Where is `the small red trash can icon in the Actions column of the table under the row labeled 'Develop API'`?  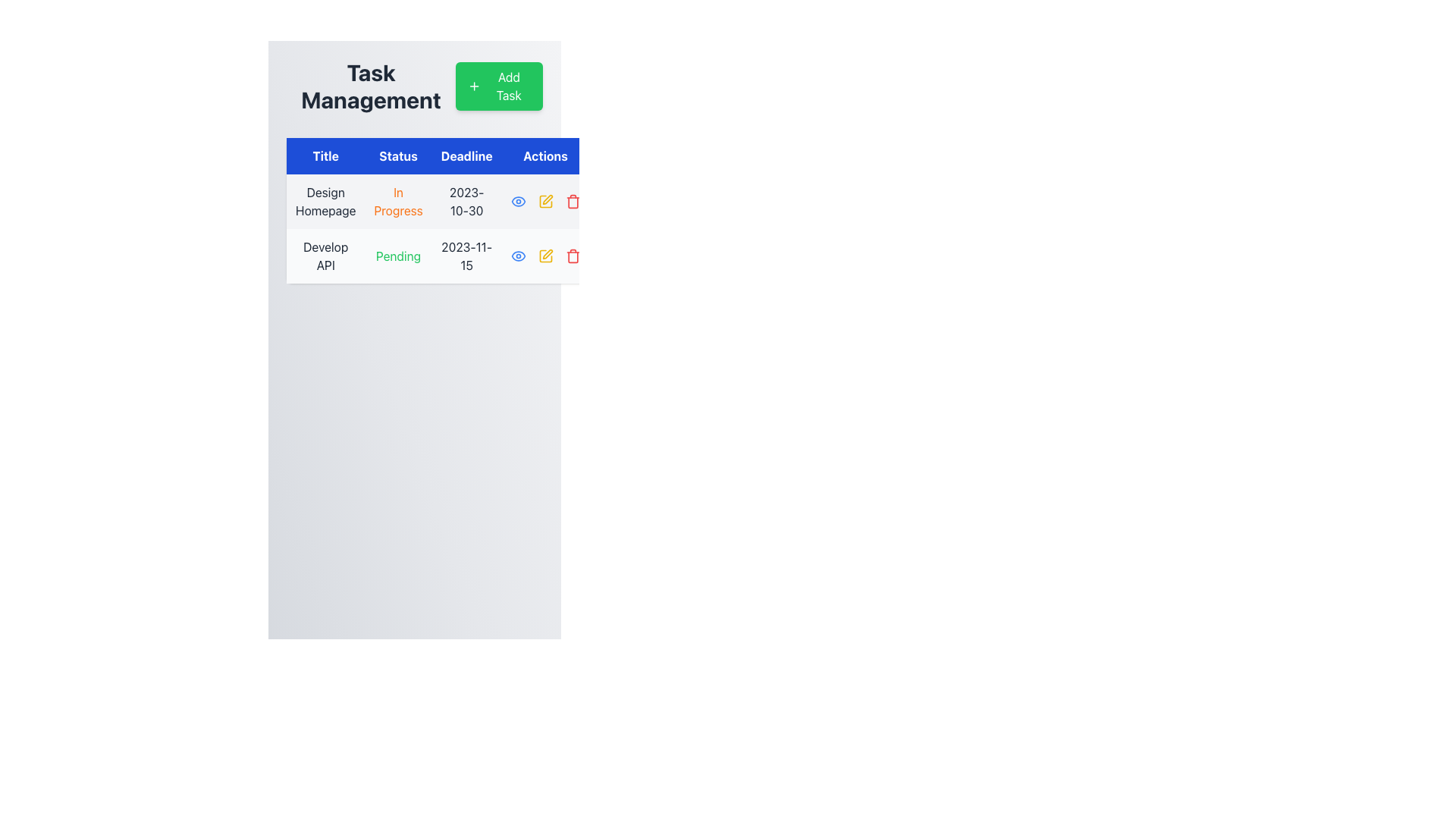 the small red trash can icon in the Actions column of the table under the row labeled 'Develop API' is located at coordinates (572, 201).